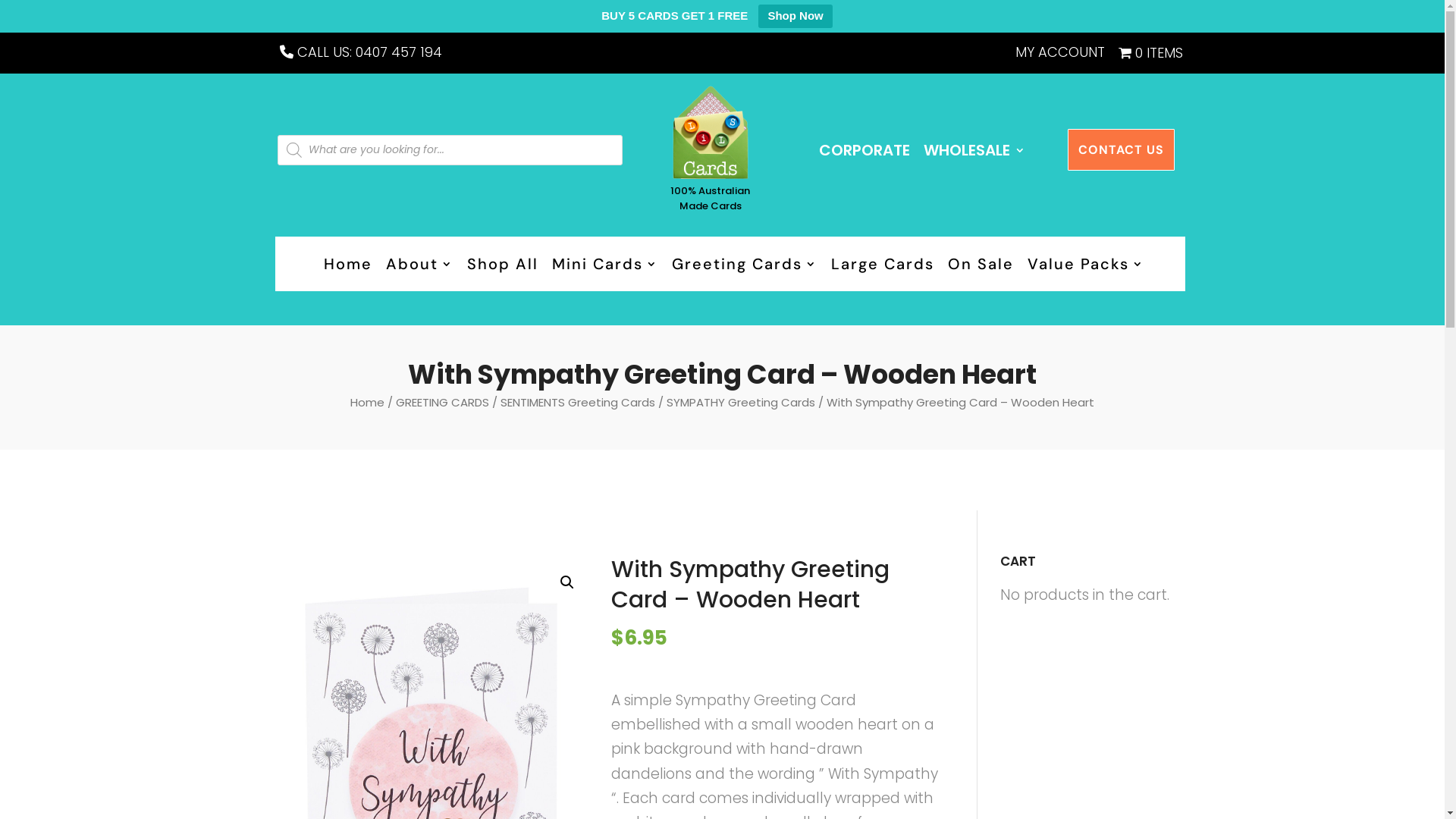 This screenshot has width=1456, height=819. Describe the element at coordinates (971, 152) in the screenshot. I see `'WHOLESALE'` at that location.